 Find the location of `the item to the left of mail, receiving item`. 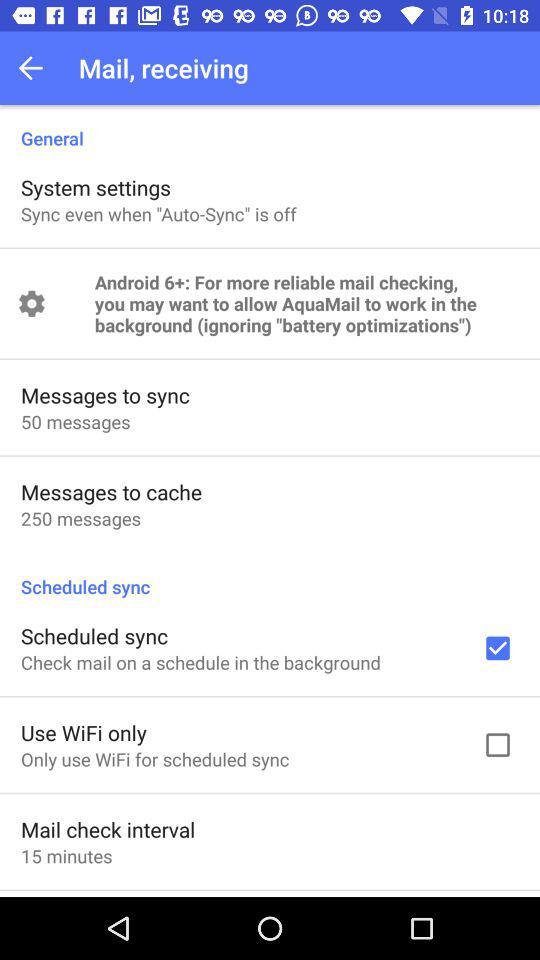

the item to the left of mail, receiving item is located at coordinates (36, 68).